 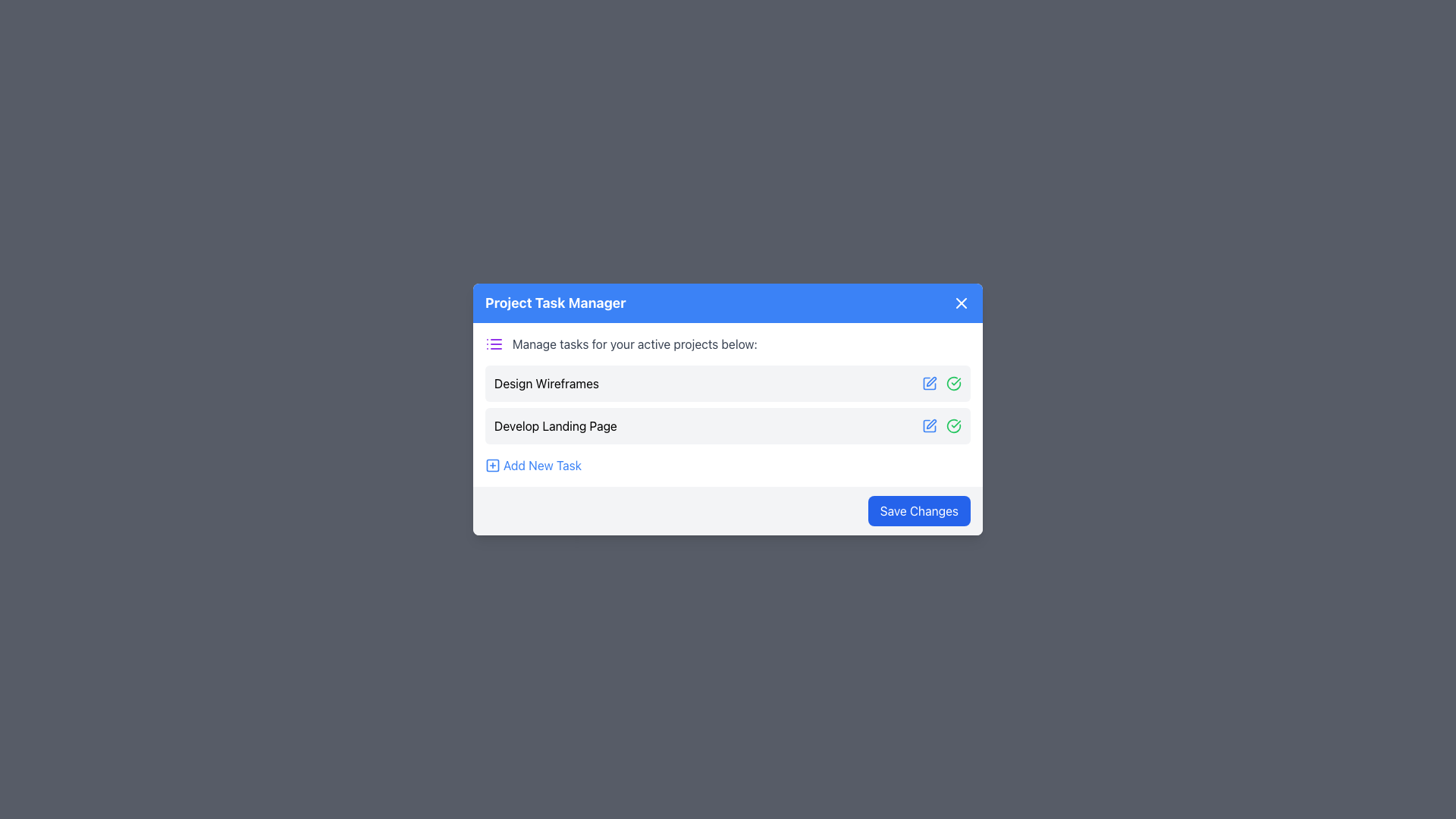 What do you see at coordinates (728, 382) in the screenshot?
I see `the action icons of the first task item named 'Design Wireframes' in the 'Project Task Manager'` at bounding box center [728, 382].